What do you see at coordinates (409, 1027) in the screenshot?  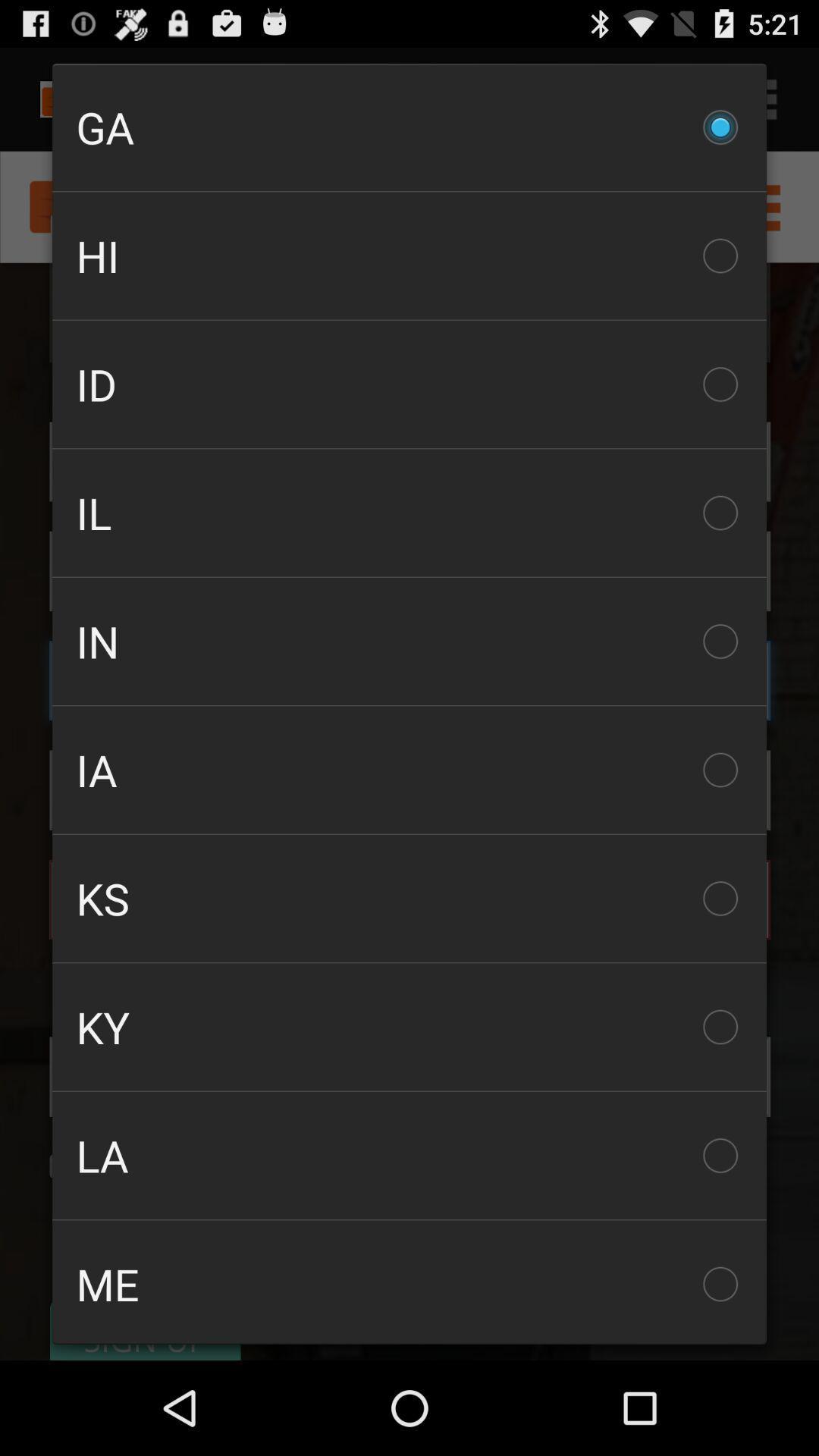 I see `ky checkbox` at bounding box center [409, 1027].